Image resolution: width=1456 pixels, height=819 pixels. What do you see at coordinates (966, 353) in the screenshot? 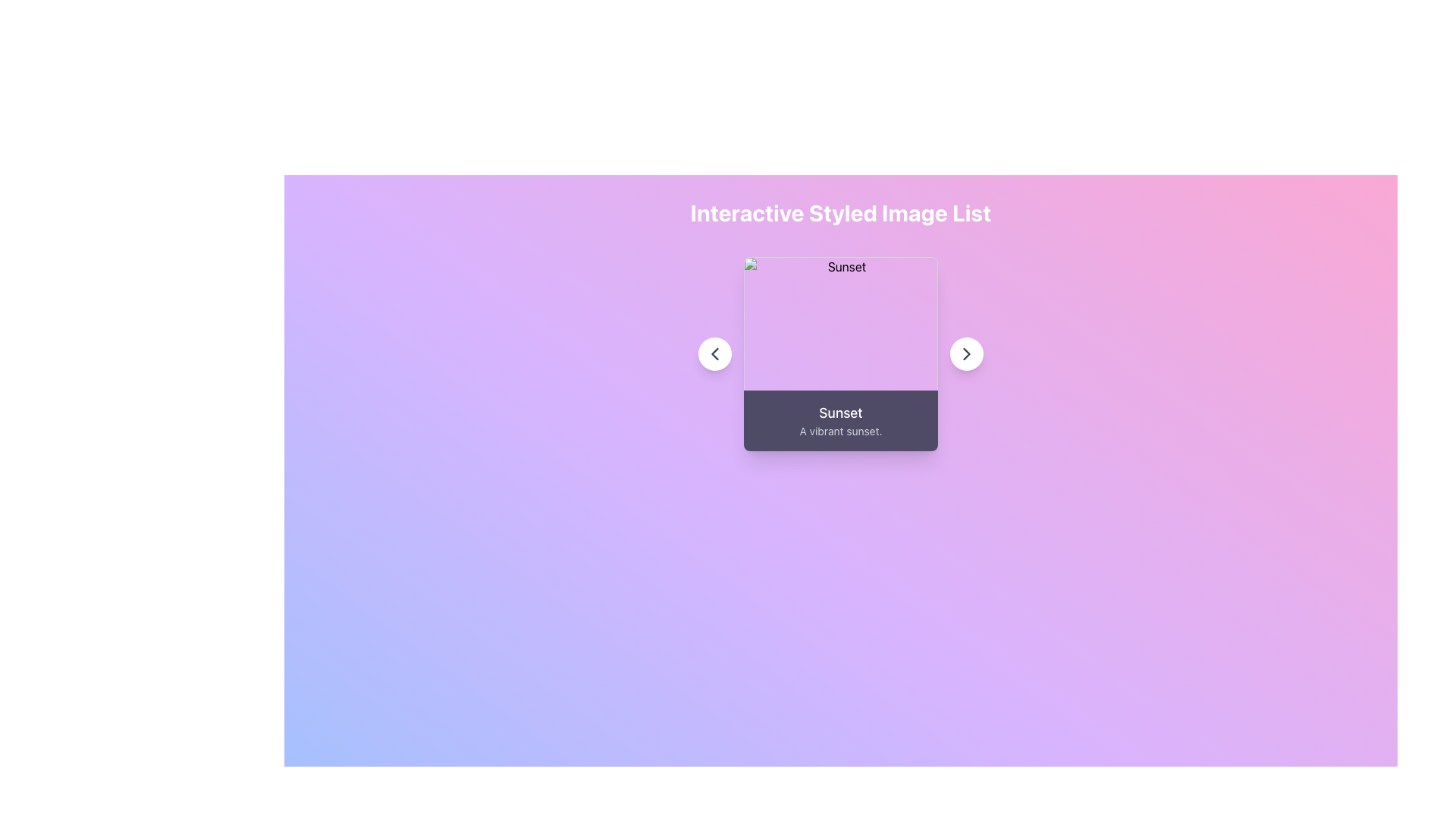
I see `the circular button with a white background and black rightward arrow` at bounding box center [966, 353].